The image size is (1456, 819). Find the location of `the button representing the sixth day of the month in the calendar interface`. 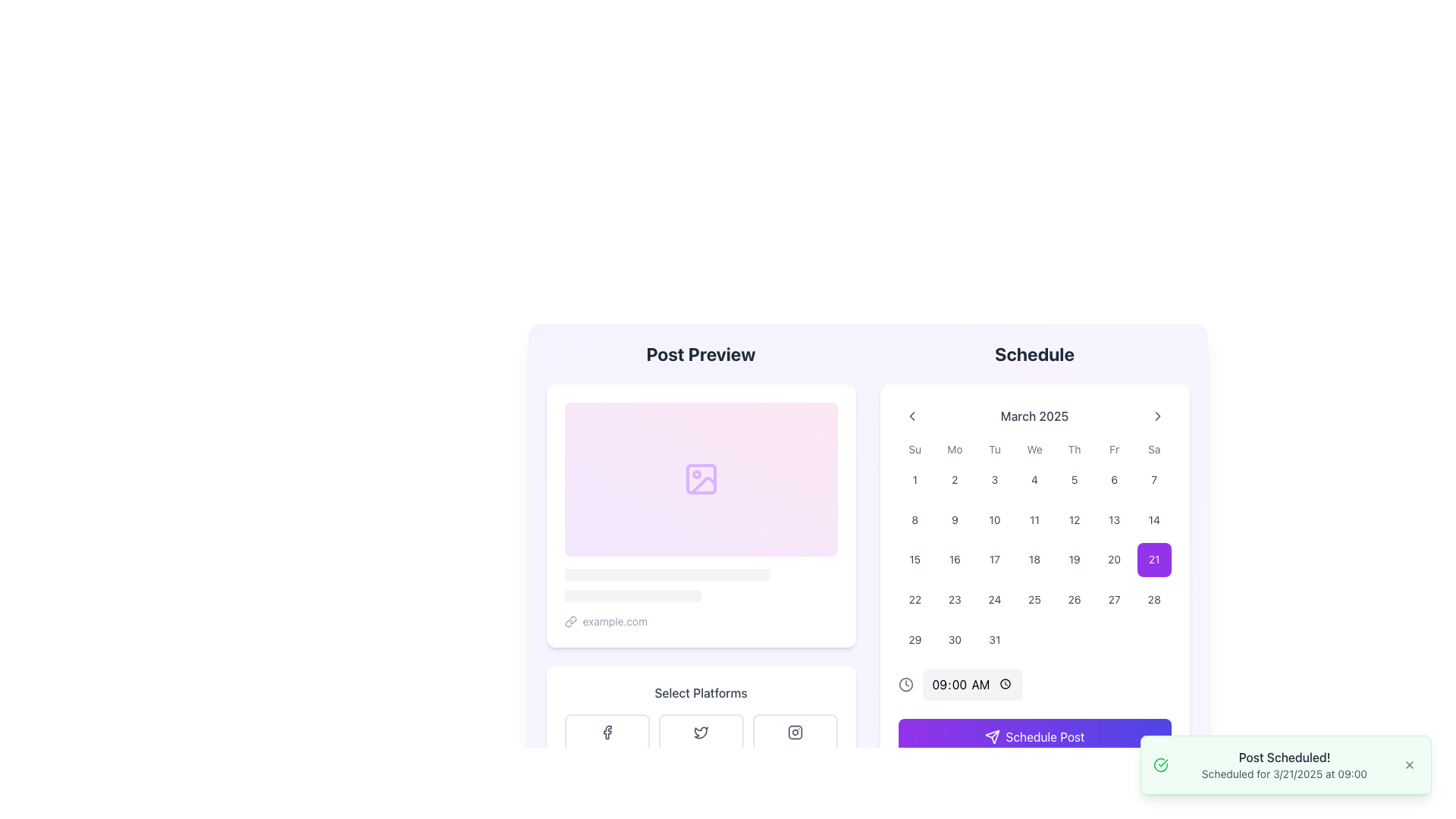

the button representing the sixth day of the month in the calendar interface is located at coordinates (1114, 480).